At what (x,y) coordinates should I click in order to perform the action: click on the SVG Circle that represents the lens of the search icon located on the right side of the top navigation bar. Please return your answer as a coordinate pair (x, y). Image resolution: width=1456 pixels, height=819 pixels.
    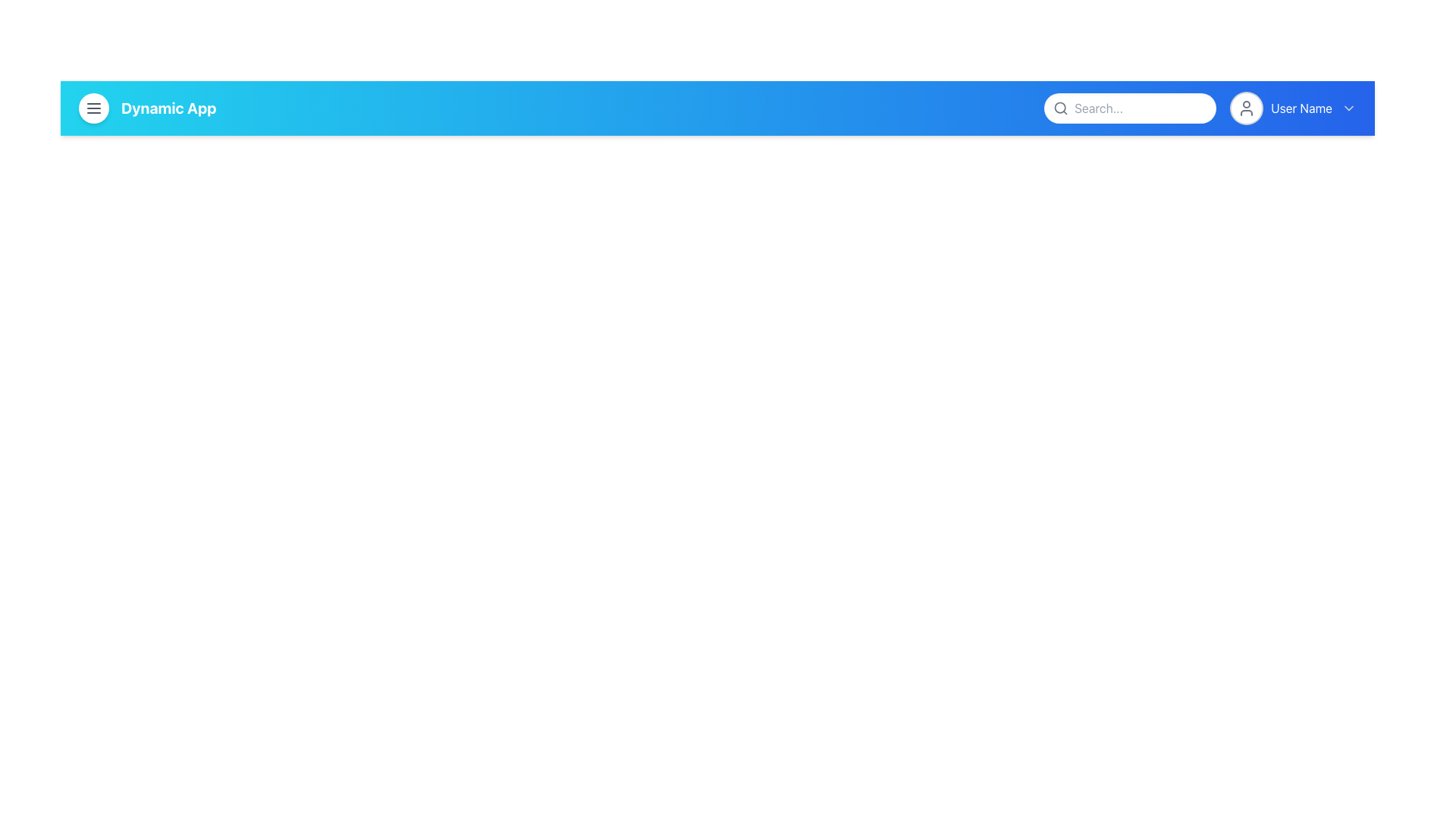
    Looking at the image, I should click on (1059, 107).